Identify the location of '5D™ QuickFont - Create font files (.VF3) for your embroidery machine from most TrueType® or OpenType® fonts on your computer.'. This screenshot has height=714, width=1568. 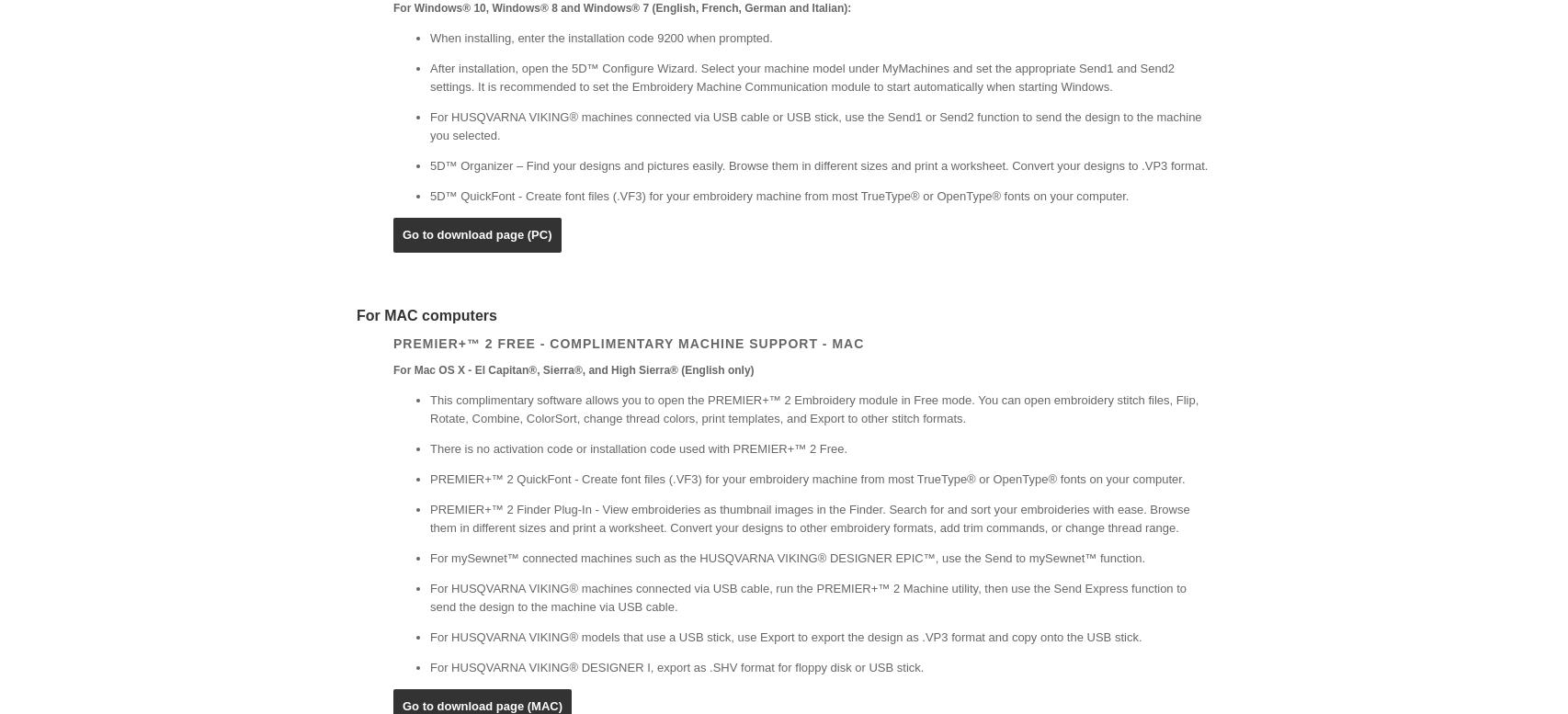
(778, 195).